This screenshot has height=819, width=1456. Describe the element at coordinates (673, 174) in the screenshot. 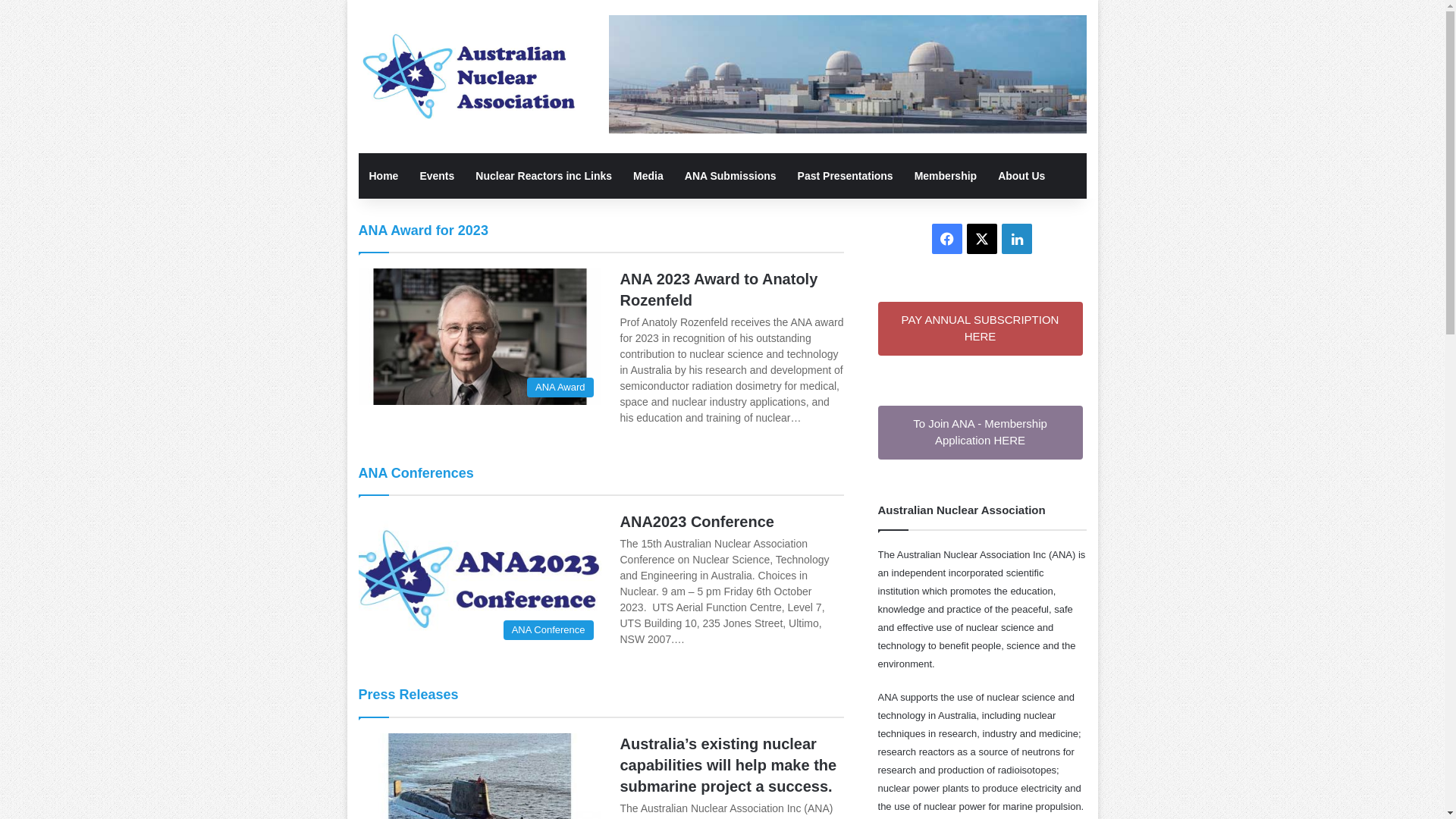

I see `'ANA Submissions'` at that location.